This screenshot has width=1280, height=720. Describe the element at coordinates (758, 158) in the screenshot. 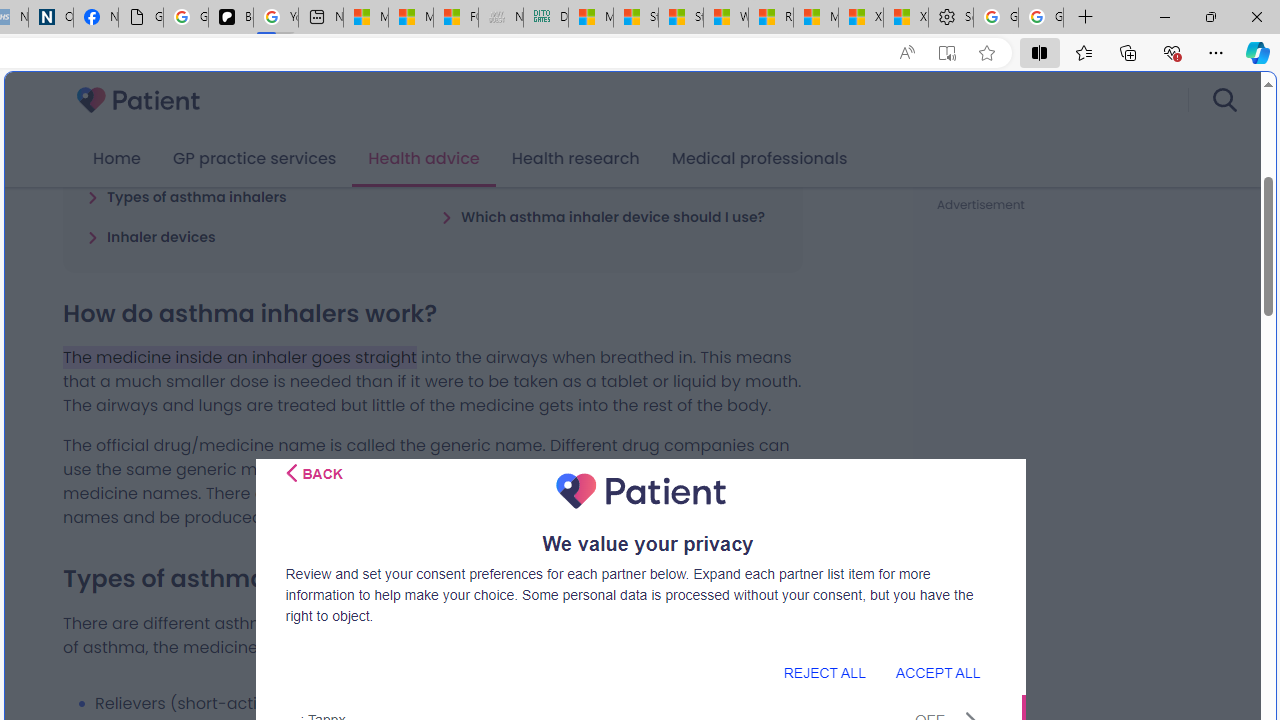

I see `'Medical professionals'` at that location.